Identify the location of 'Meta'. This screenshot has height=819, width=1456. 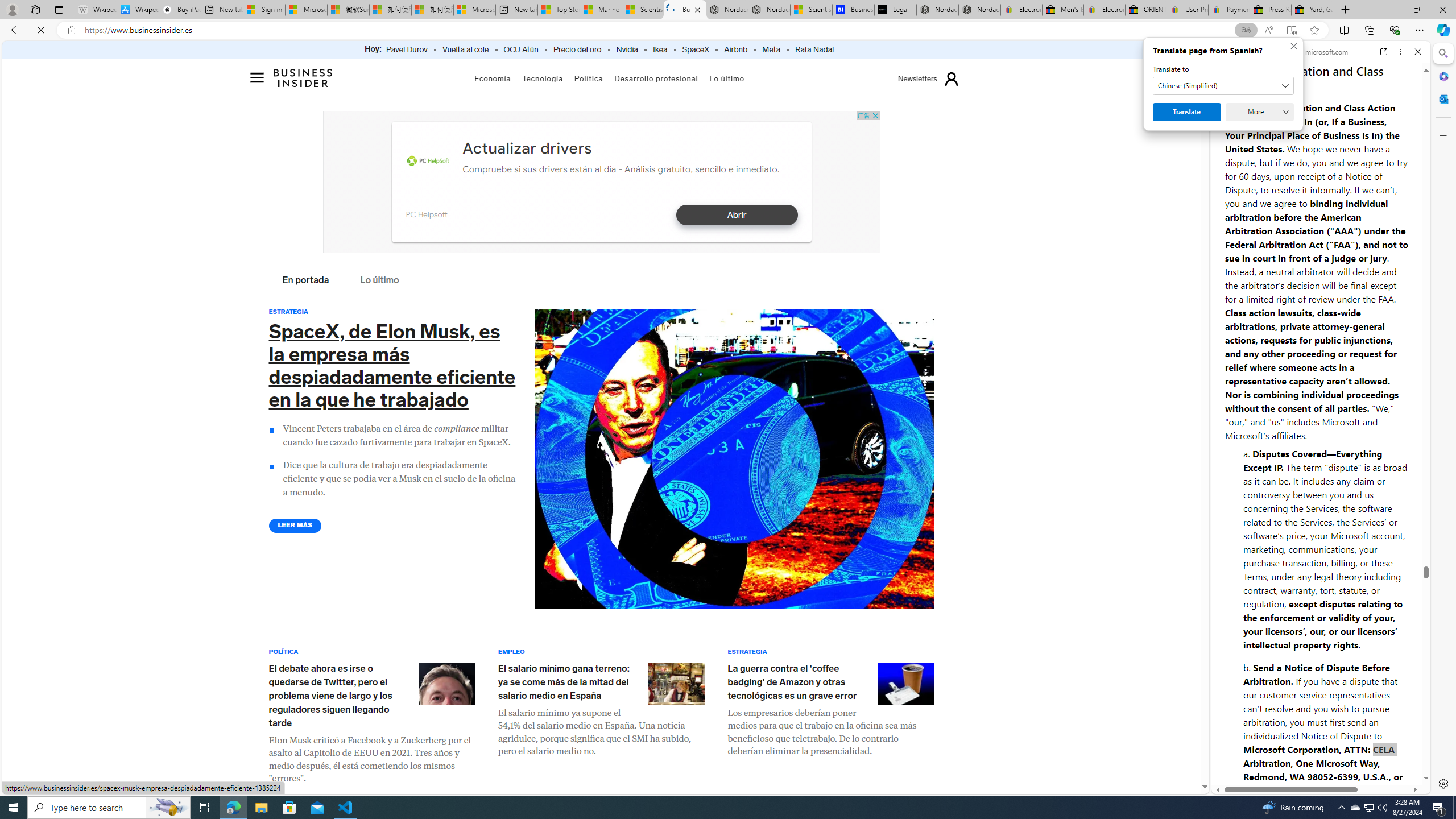
(770, 49).